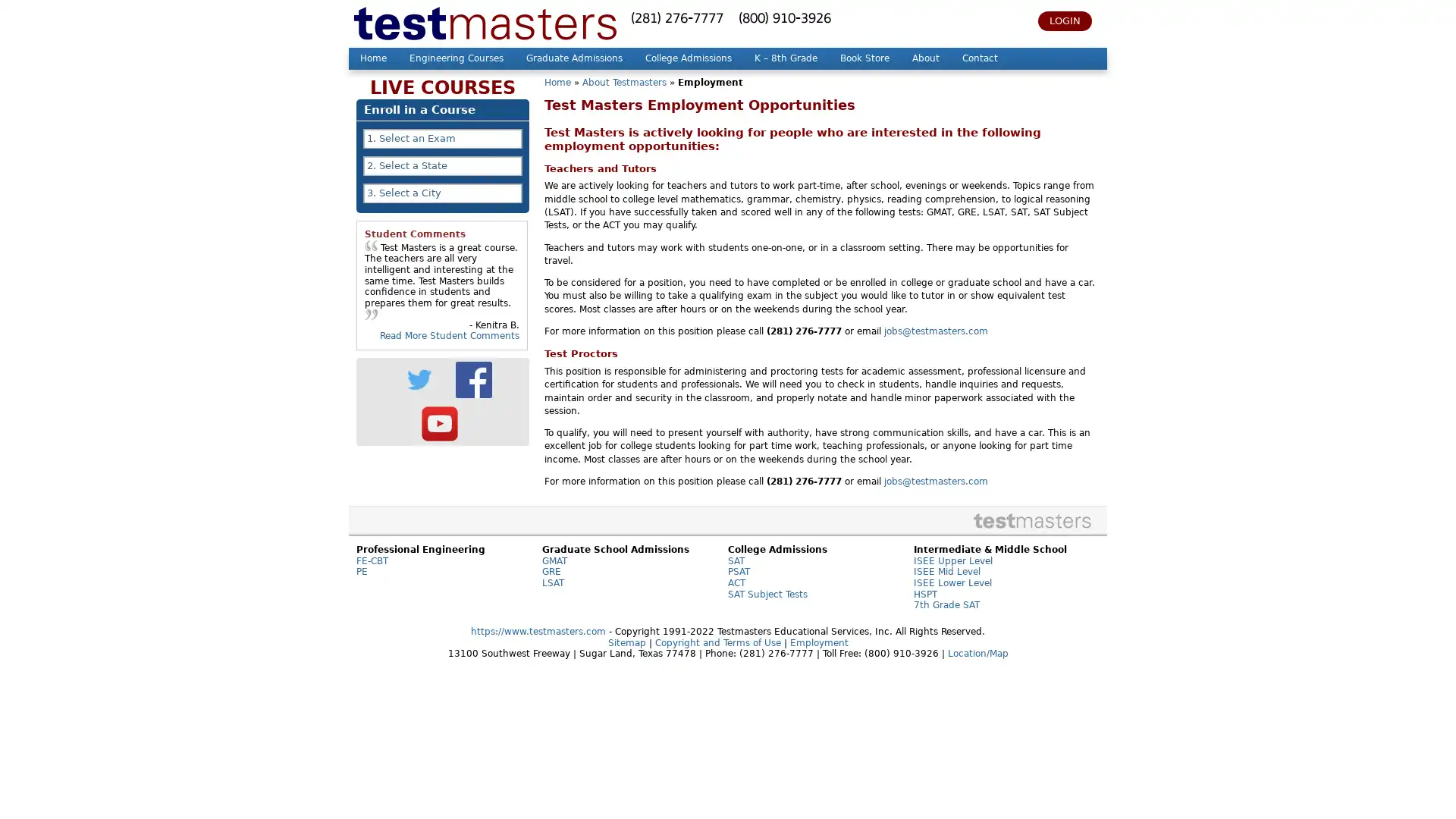 The height and width of the screenshot is (819, 1456). What do you see at coordinates (442, 138) in the screenshot?
I see `1. Select an Exam` at bounding box center [442, 138].